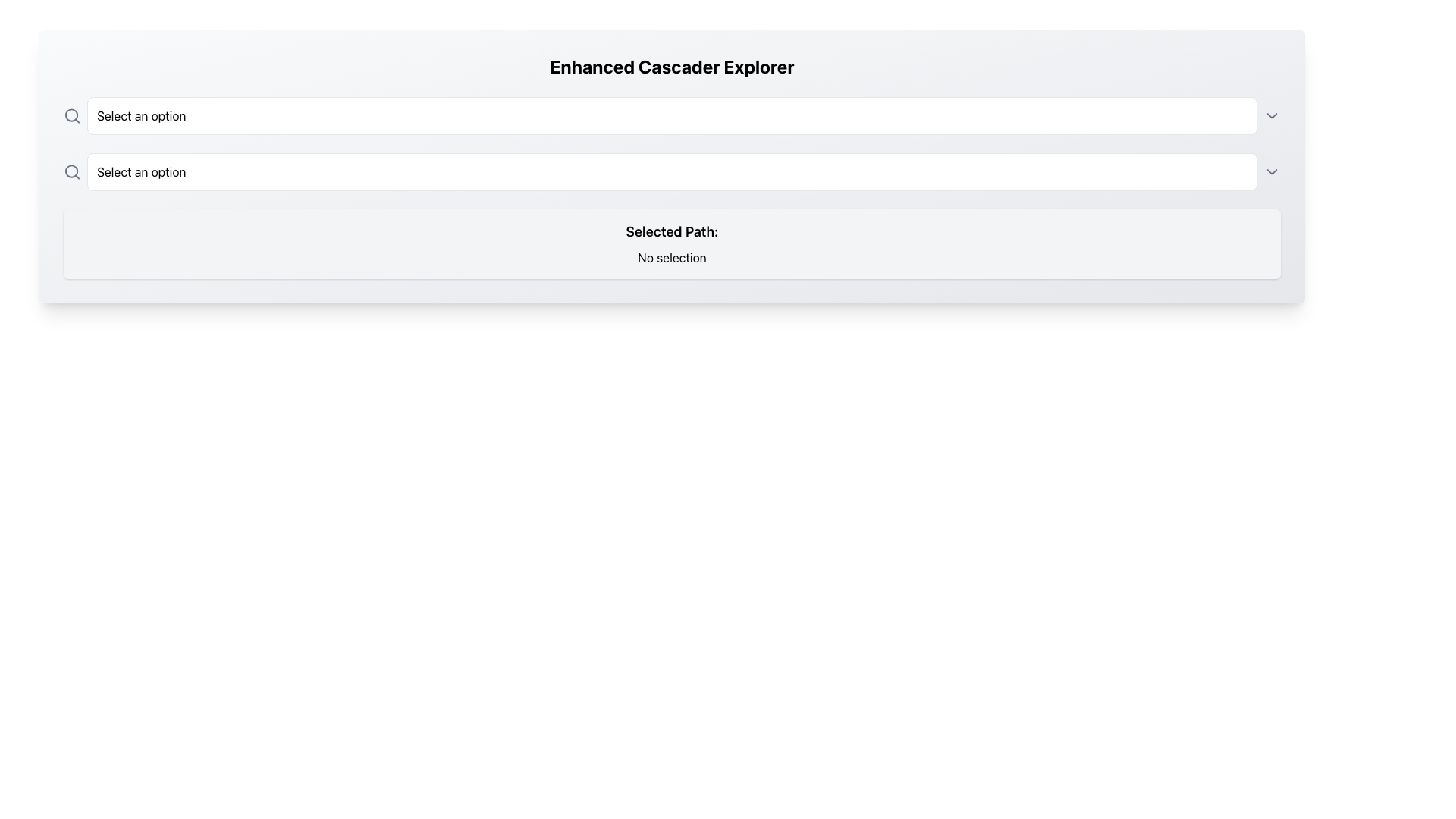  Describe the element at coordinates (1272, 171) in the screenshot. I see `the icon at the far right of the second input field labeled 'Select an option'` at that location.